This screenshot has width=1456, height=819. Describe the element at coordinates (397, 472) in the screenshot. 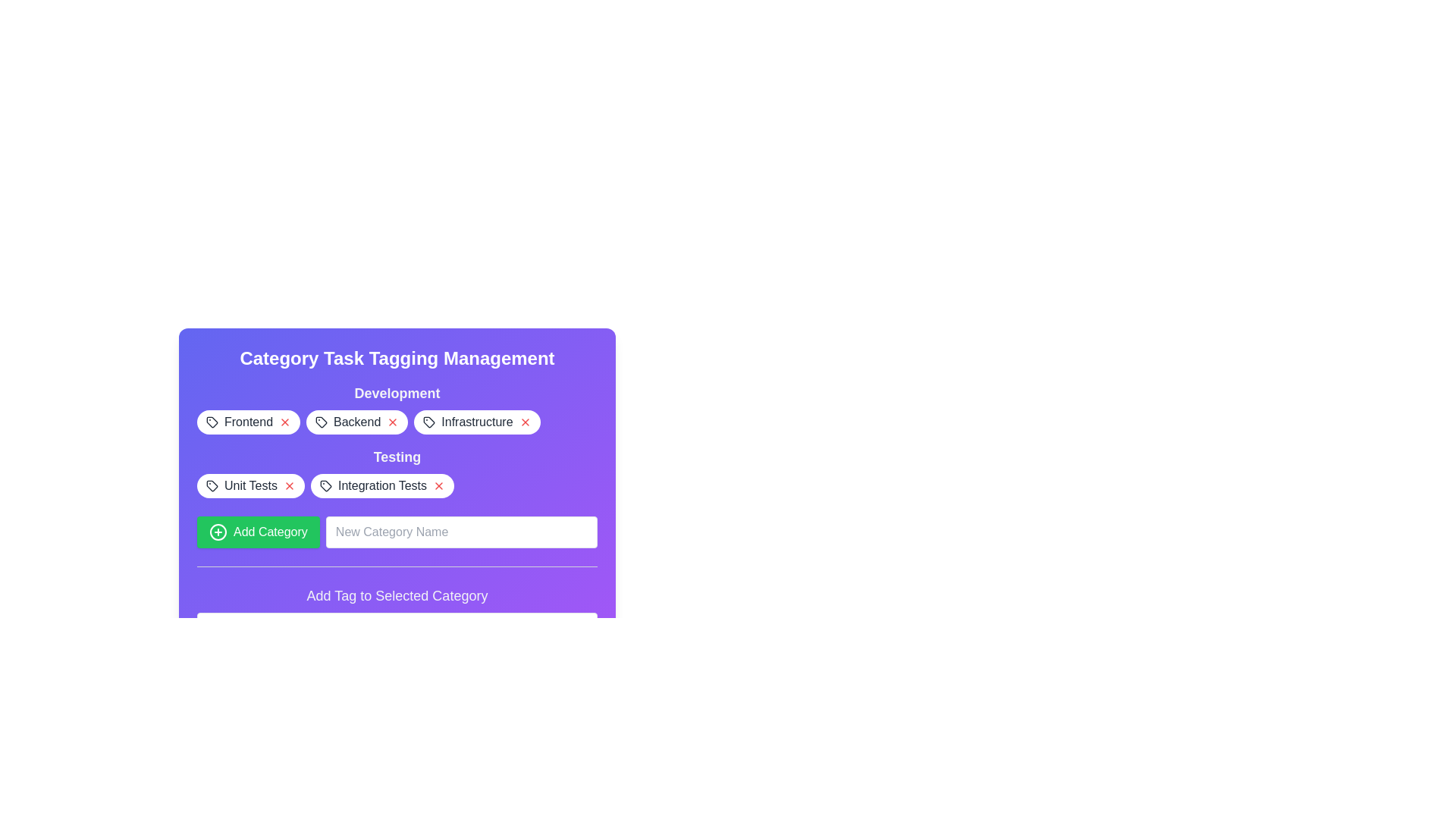

I see `the 'Testing' section in the Category area` at that location.